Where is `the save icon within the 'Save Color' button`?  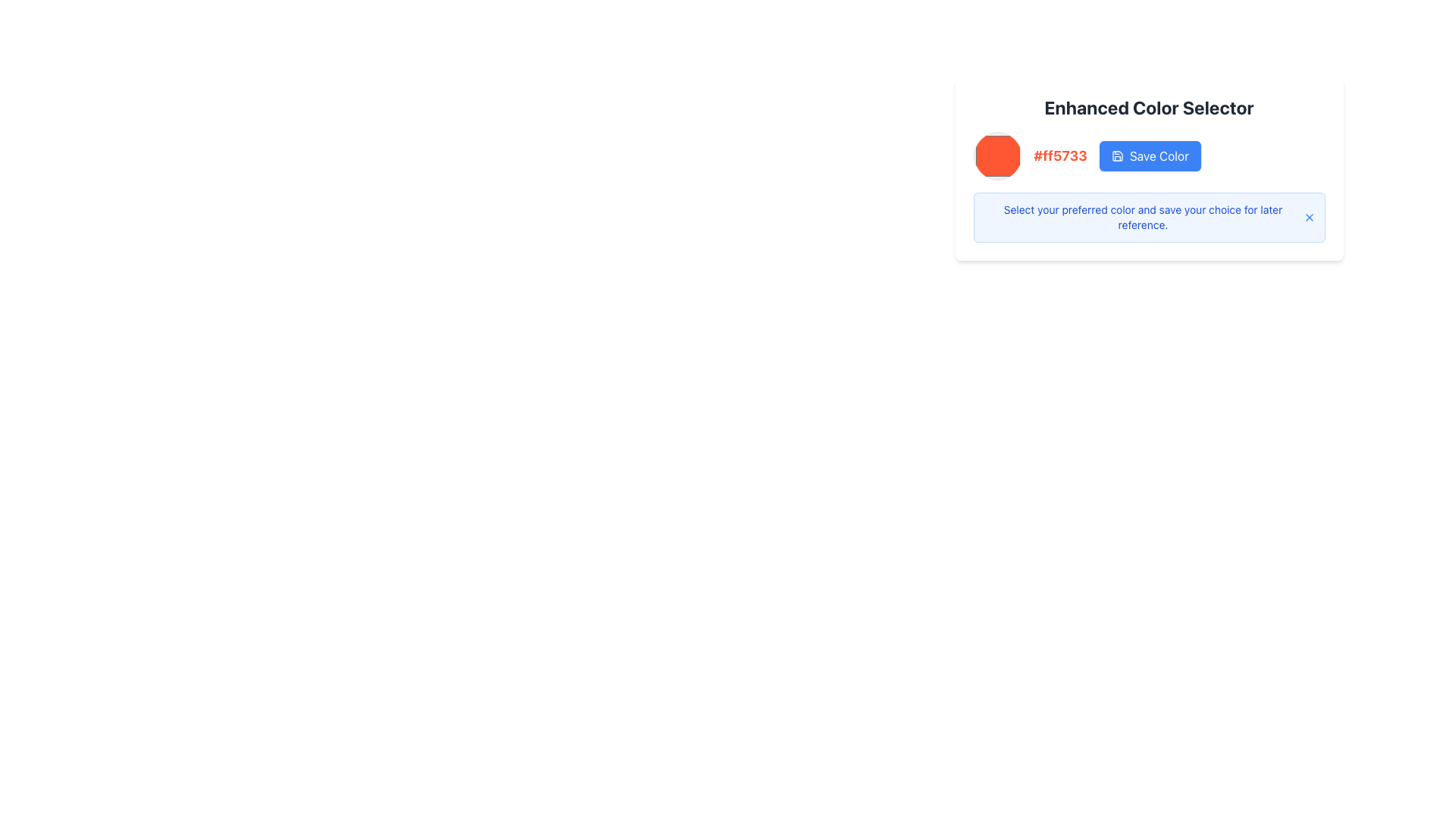 the save icon within the 'Save Color' button is located at coordinates (1117, 155).